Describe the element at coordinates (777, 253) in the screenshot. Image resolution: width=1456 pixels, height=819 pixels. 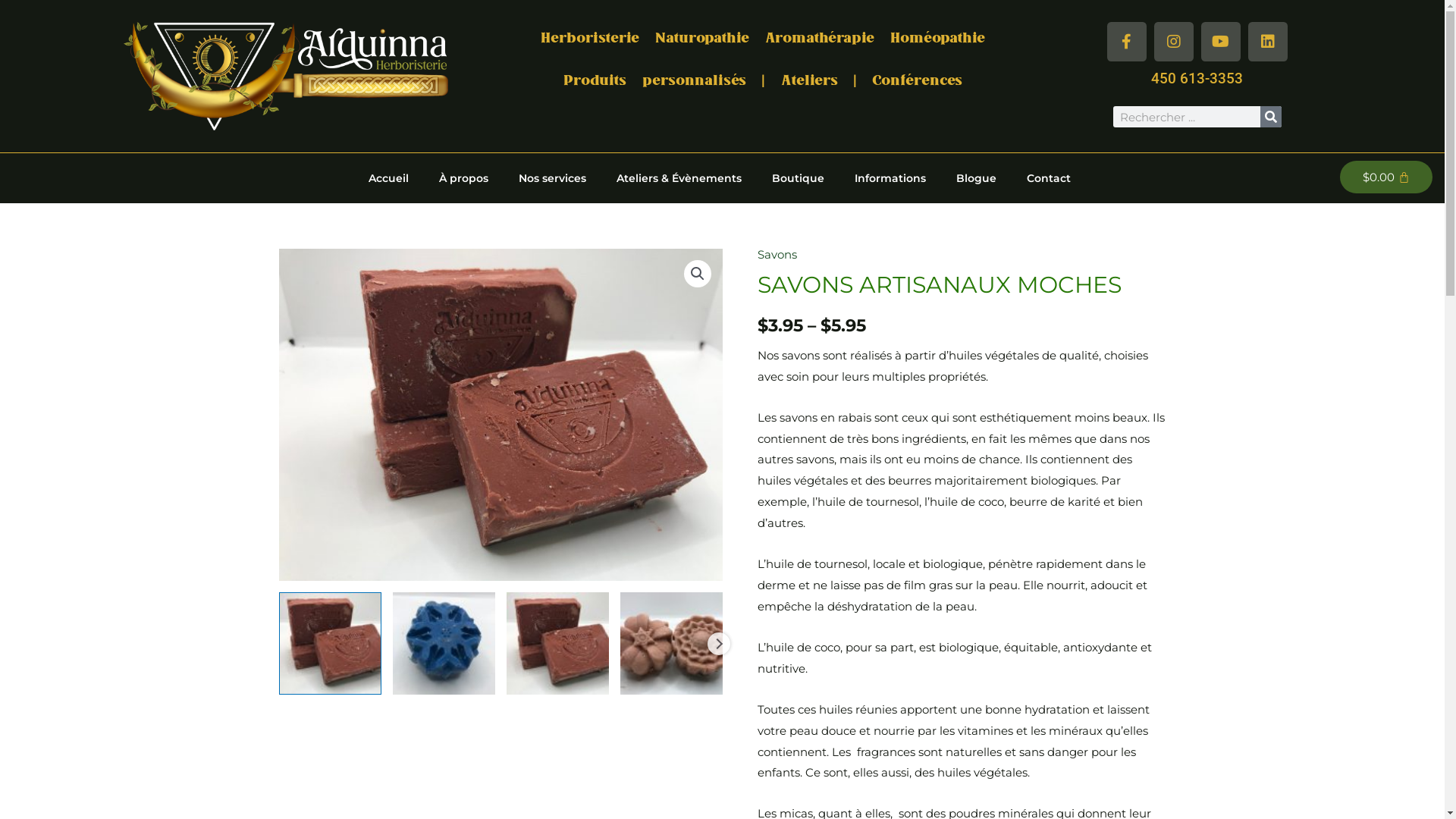
I see `'Savons'` at that location.